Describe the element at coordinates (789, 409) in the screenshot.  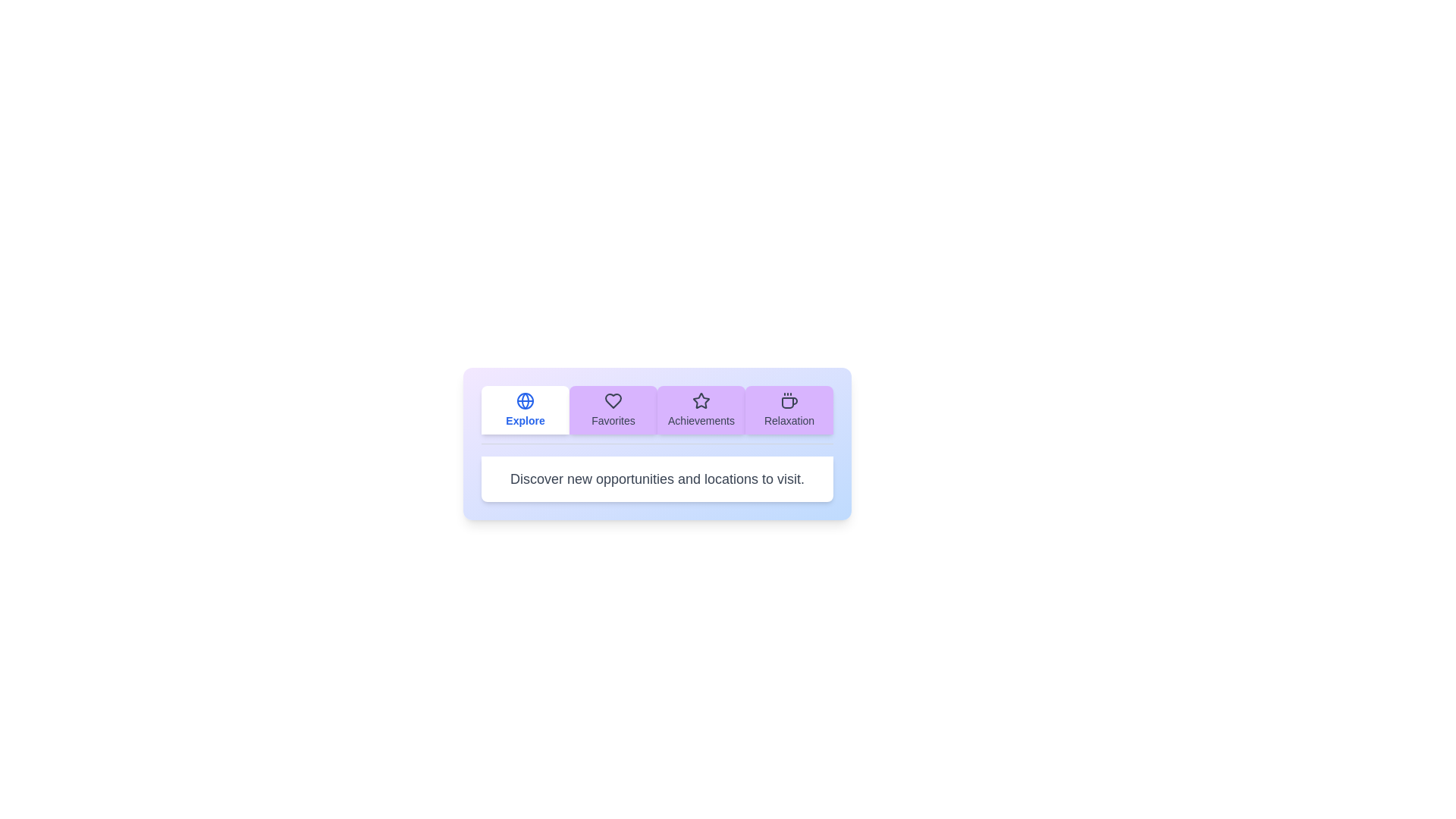
I see `the tab labeled Relaxation to view its content` at that location.